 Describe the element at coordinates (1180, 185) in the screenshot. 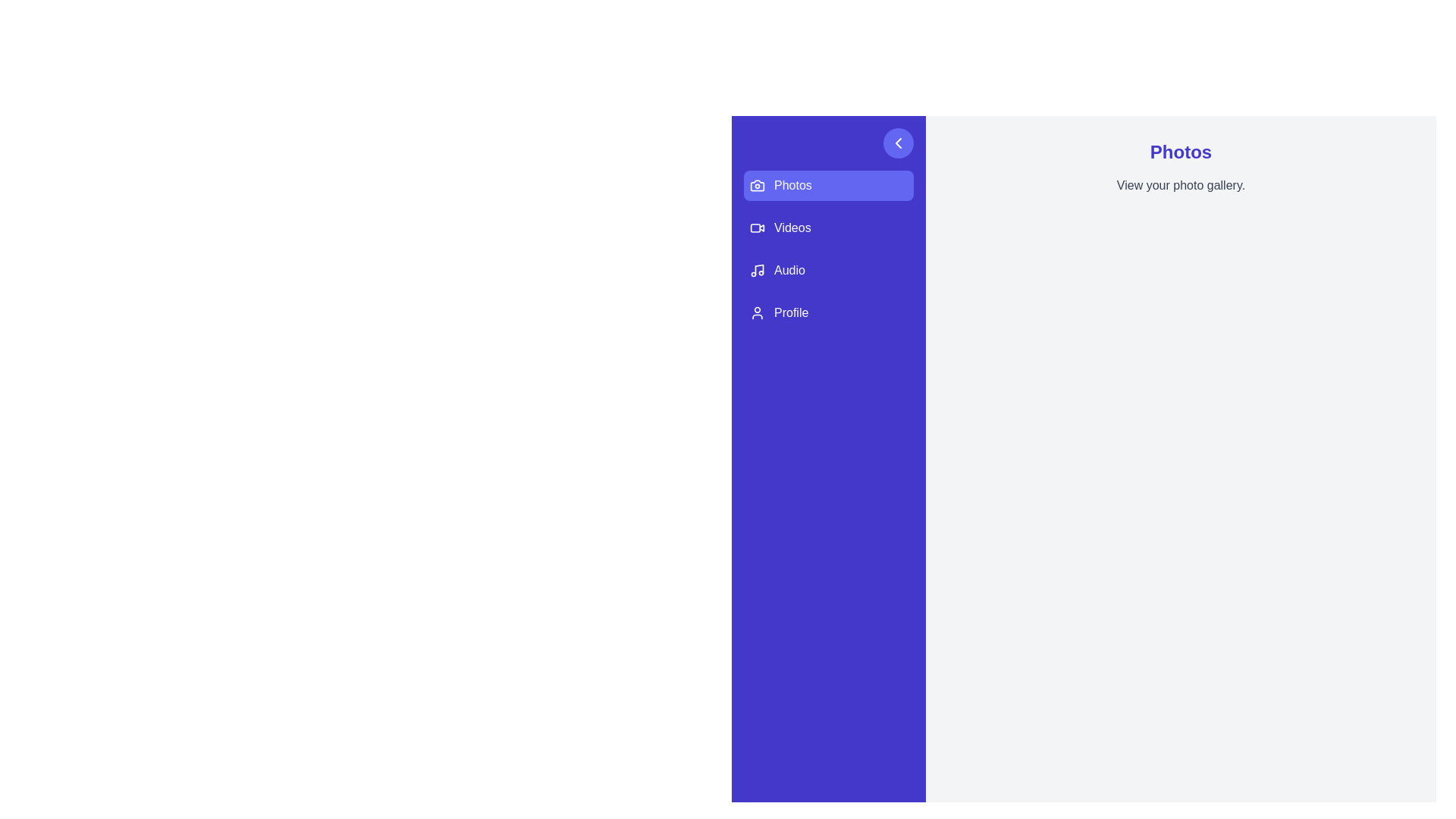

I see `the text label displaying 'View your photo gallery.' located beneath the heading 'Photos' in the main content panel` at that location.